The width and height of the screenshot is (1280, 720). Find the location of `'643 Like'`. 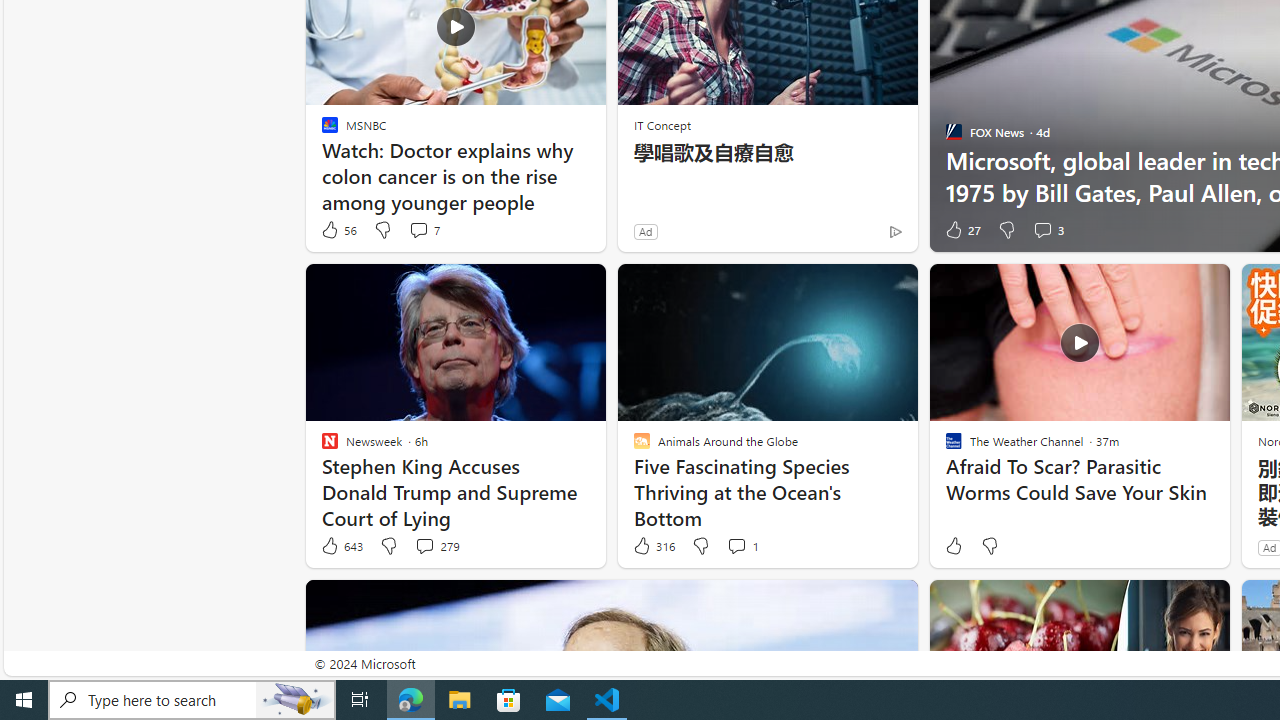

'643 Like' is located at coordinates (341, 546).